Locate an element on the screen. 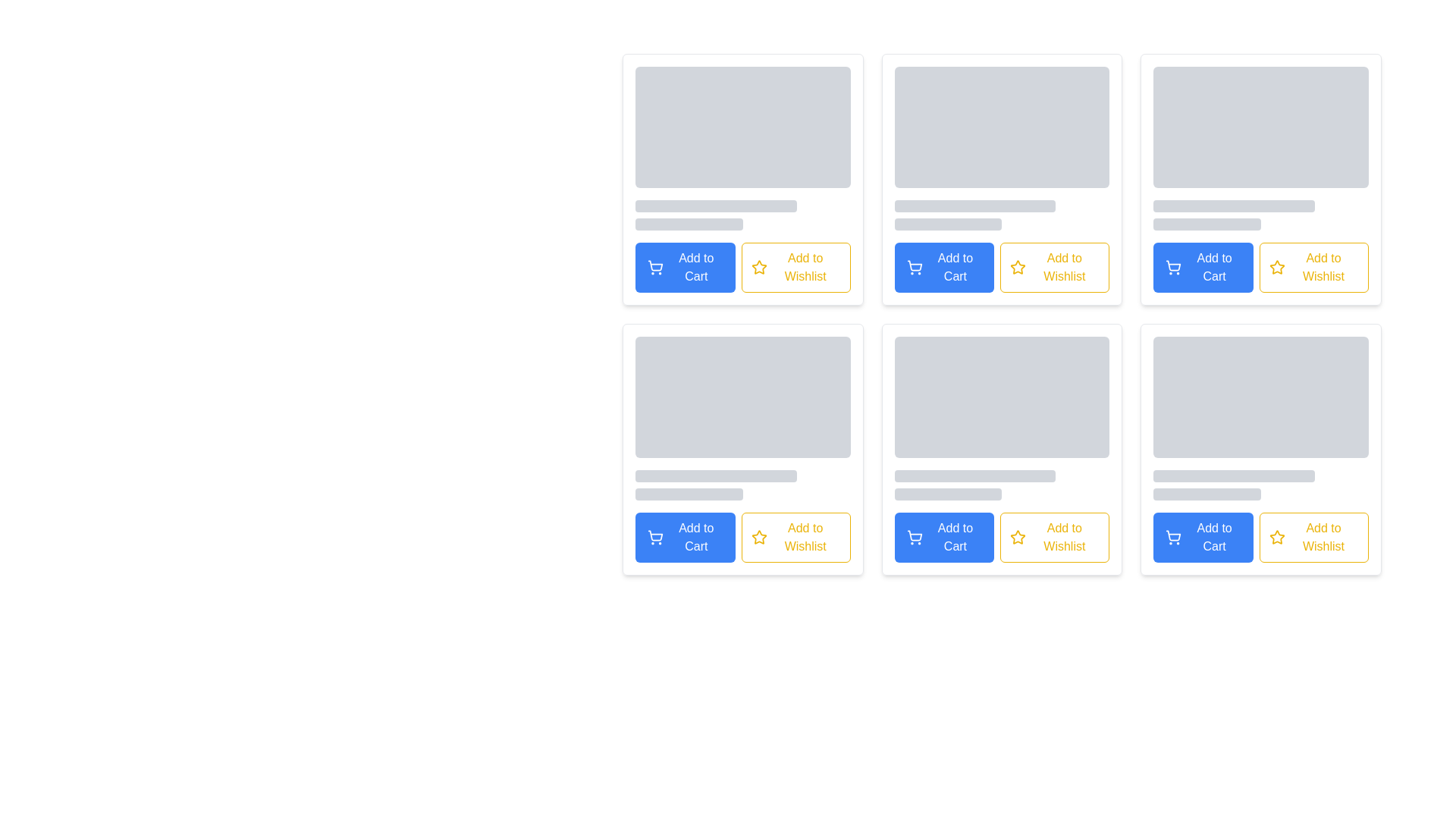 This screenshot has width=1456, height=819. the 'Add to Cart' button associated with the shopping cart icon, which represents adding a product to the shopping cart is located at coordinates (914, 265).